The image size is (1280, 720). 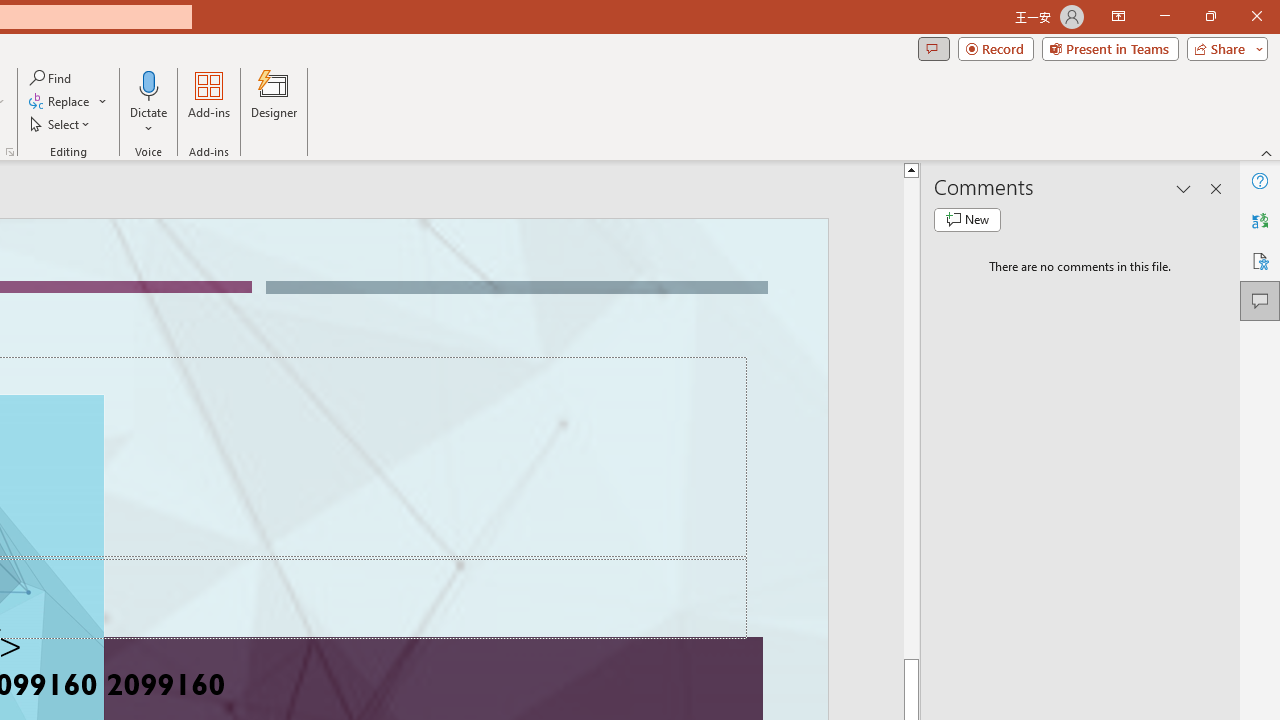 What do you see at coordinates (10, 150) in the screenshot?
I see `'Format Object...'` at bounding box center [10, 150].